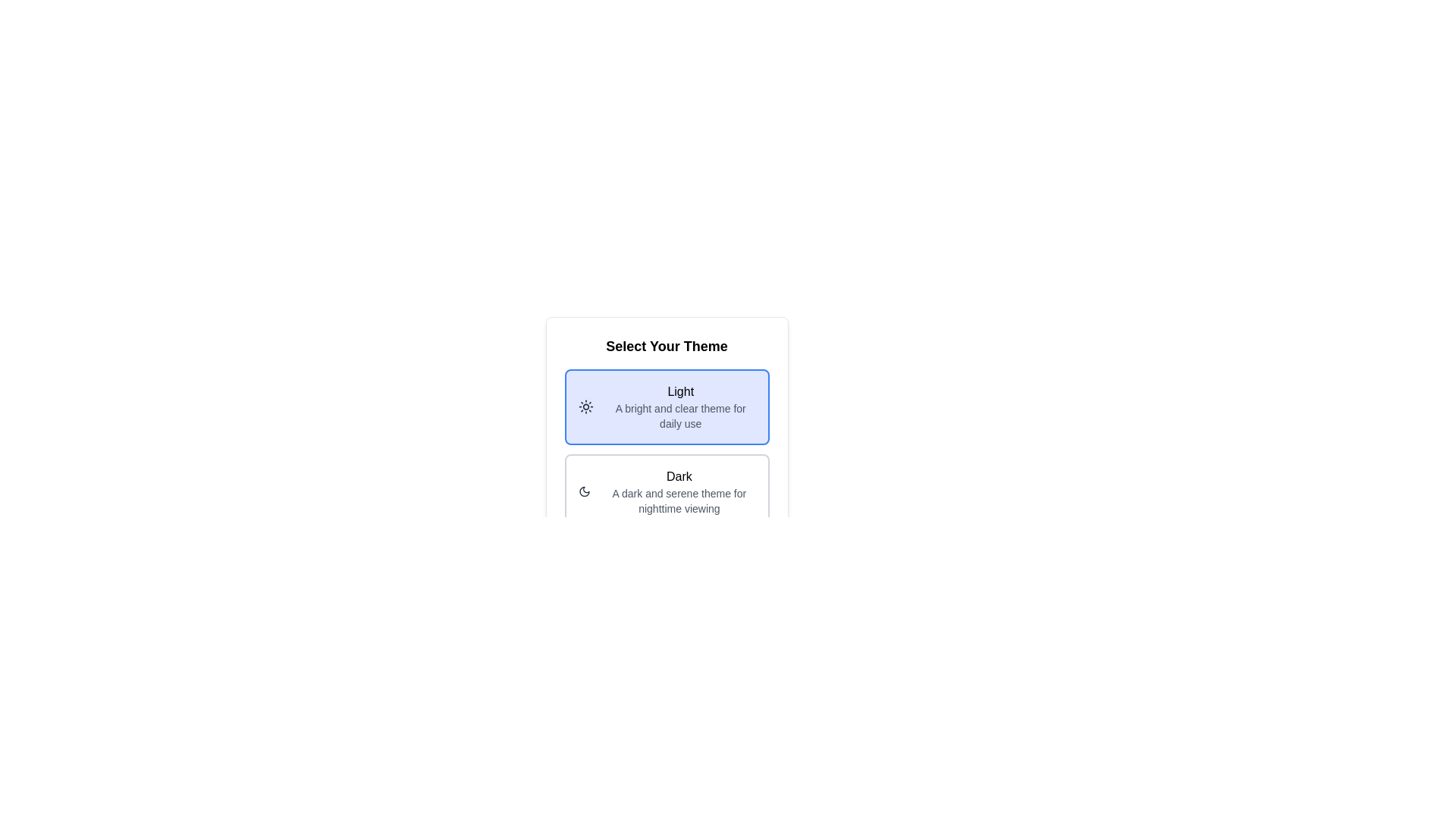 Image resolution: width=1456 pixels, height=819 pixels. I want to click on the header text that indicates the theme selection section, which is centrally positioned at the top of the enclosing card, so click(667, 346).